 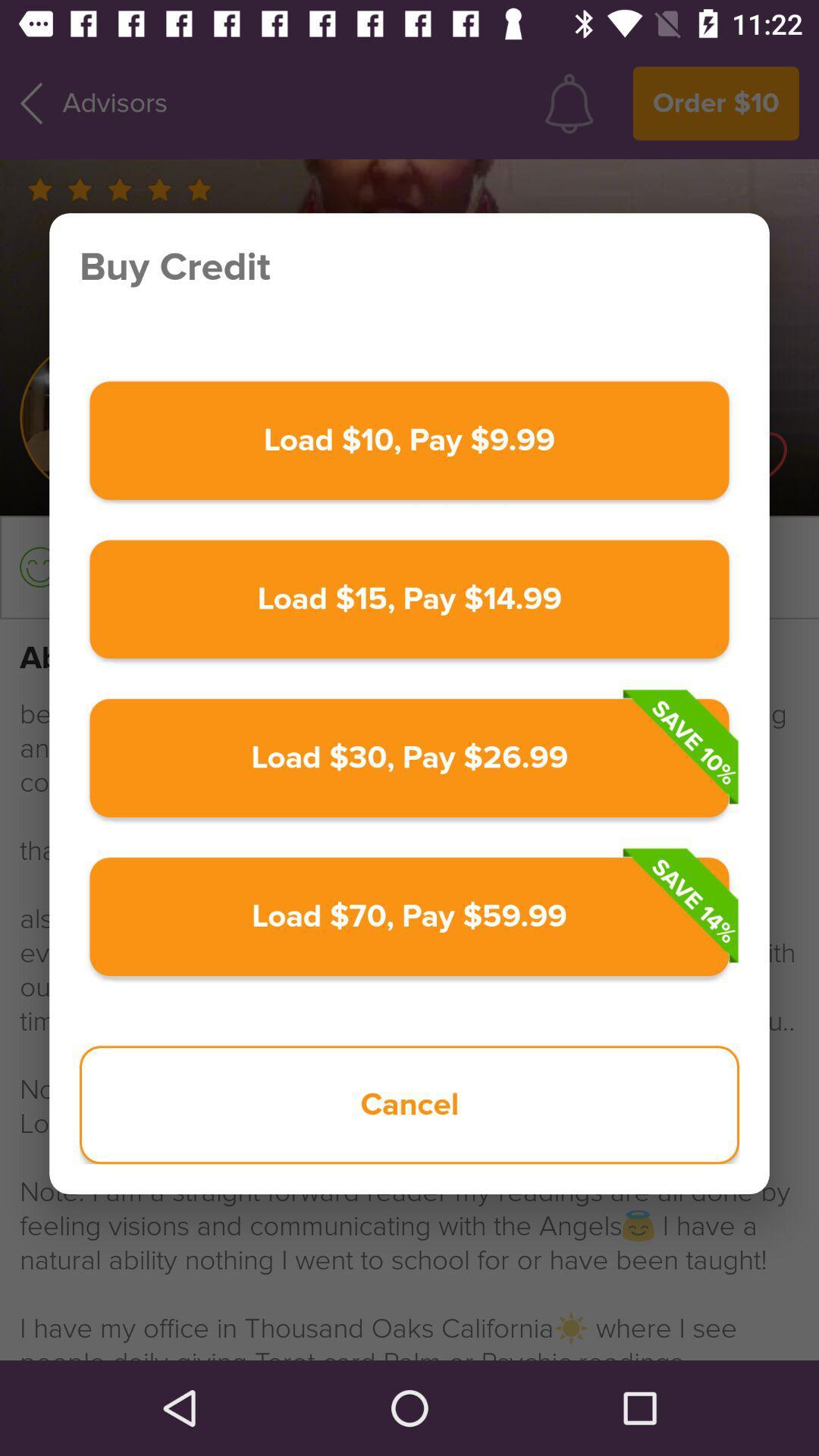 What do you see at coordinates (409, 1105) in the screenshot?
I see `cancel icon` at bounding box center [409, 1105].